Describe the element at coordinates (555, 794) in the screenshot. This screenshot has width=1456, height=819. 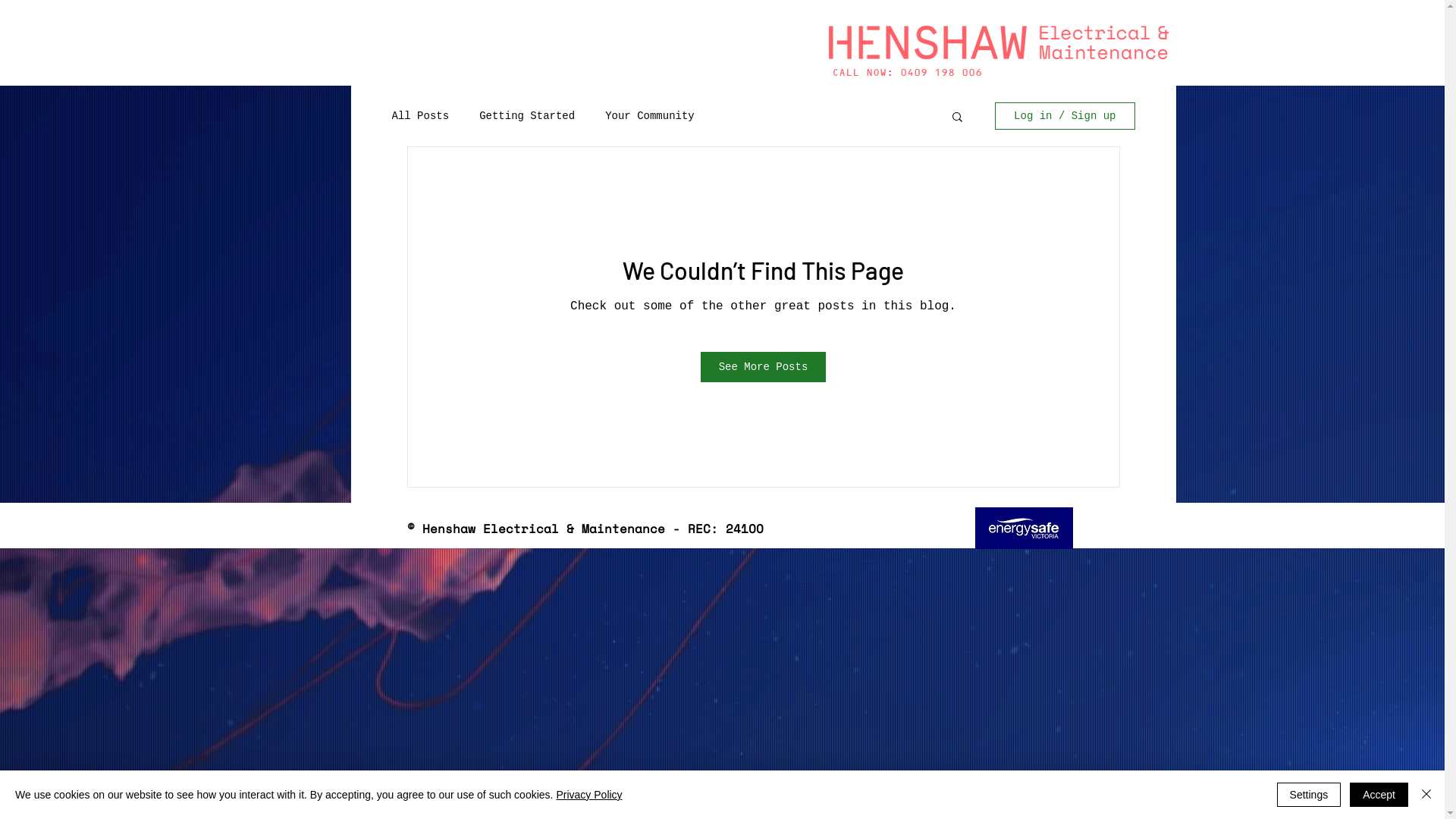
I see `'Privacy Policy'` at that location.